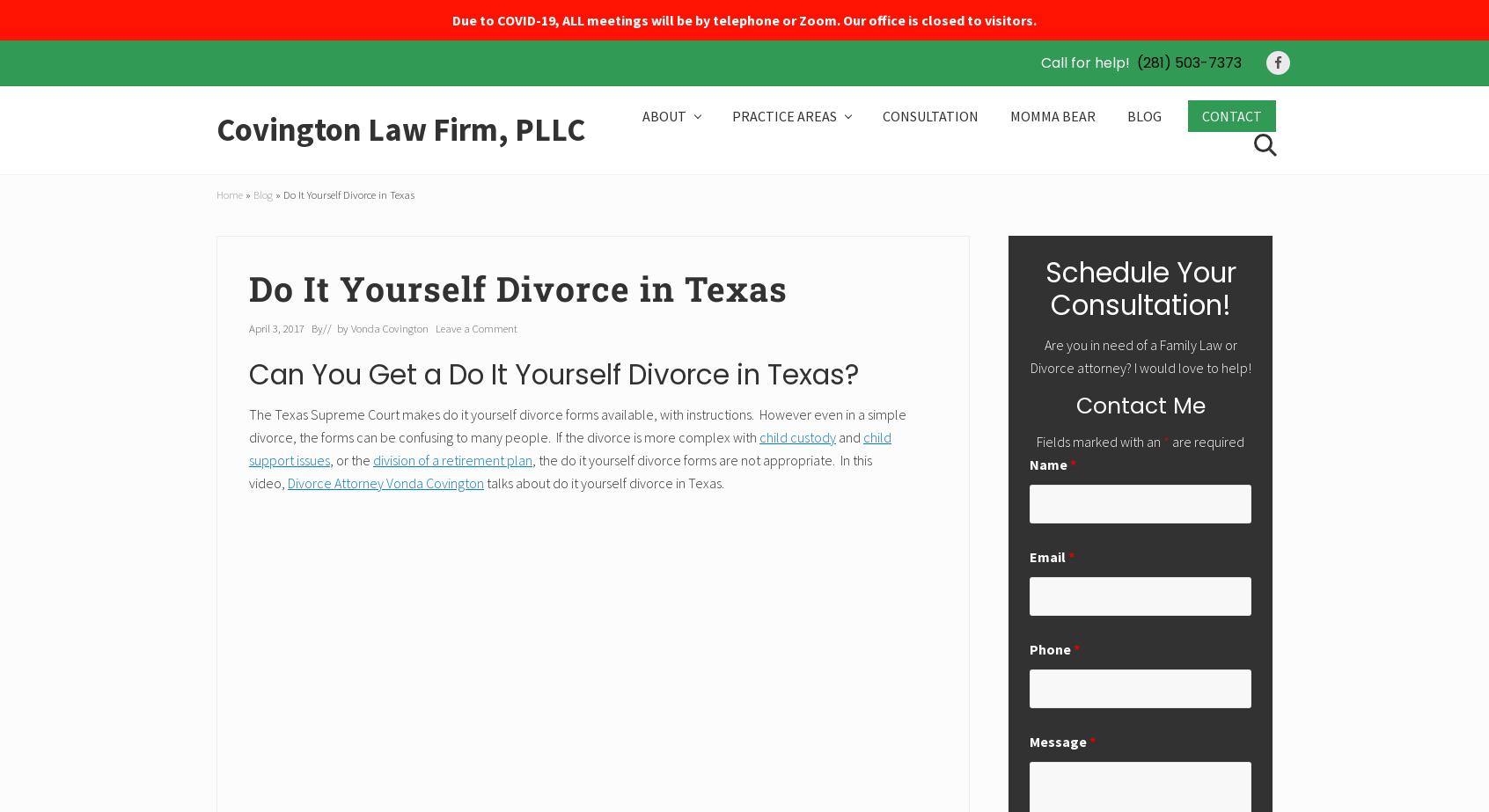  Describe the element at coordinates (1029, 355) in the screenshot. I see `'Are you in need of a Family Law or Divorce attorney? I would love to help!'` at that location.